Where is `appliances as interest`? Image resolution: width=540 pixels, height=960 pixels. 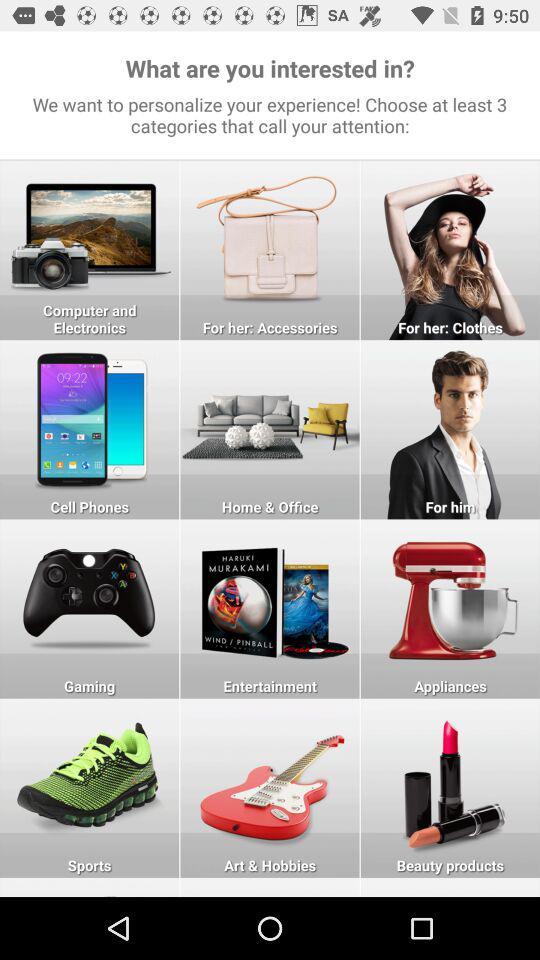 appliances as interest is located at coordinates (450, 608).